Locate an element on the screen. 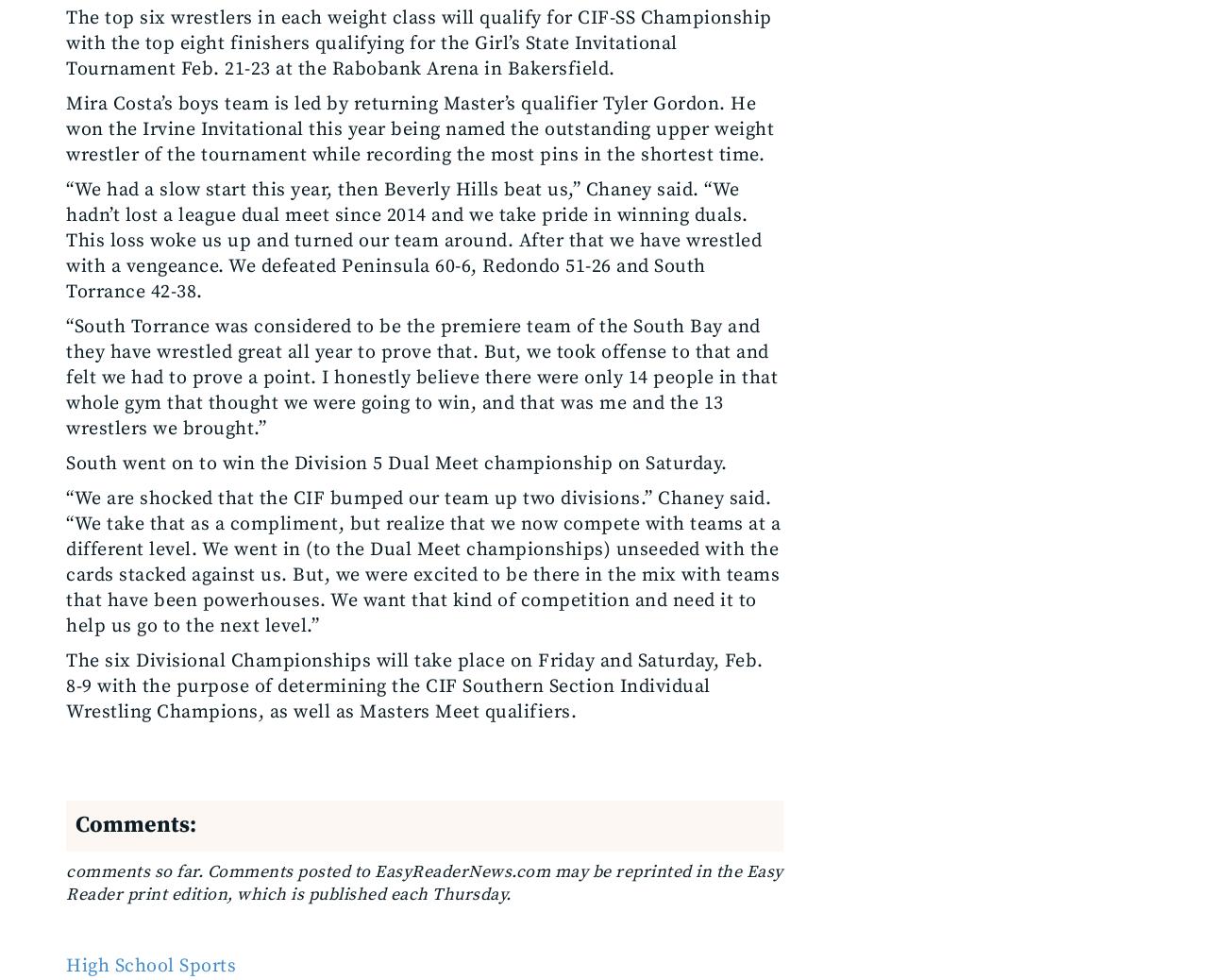  'The six Divisional Championships will take place on Friday and Saturday, Feb. 8-9 with the purpose of determining the CIF Southern Section Individual Wrestling Champions, as well as Masters Meet qualifiers.' is located at coordinates (413, 685).